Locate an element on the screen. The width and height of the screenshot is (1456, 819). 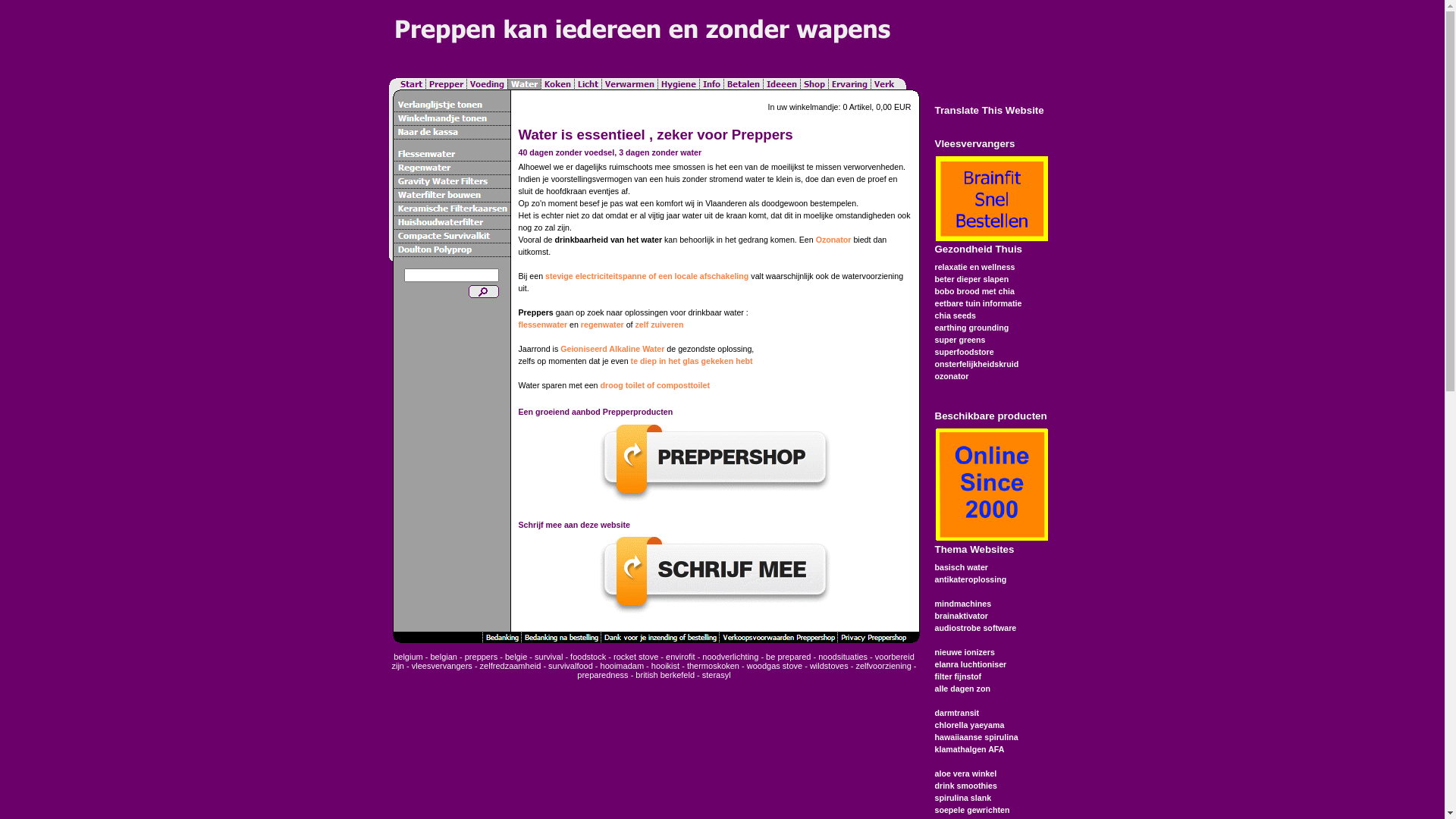
'beter dieper slapen' is located at coordinates (934, 278).